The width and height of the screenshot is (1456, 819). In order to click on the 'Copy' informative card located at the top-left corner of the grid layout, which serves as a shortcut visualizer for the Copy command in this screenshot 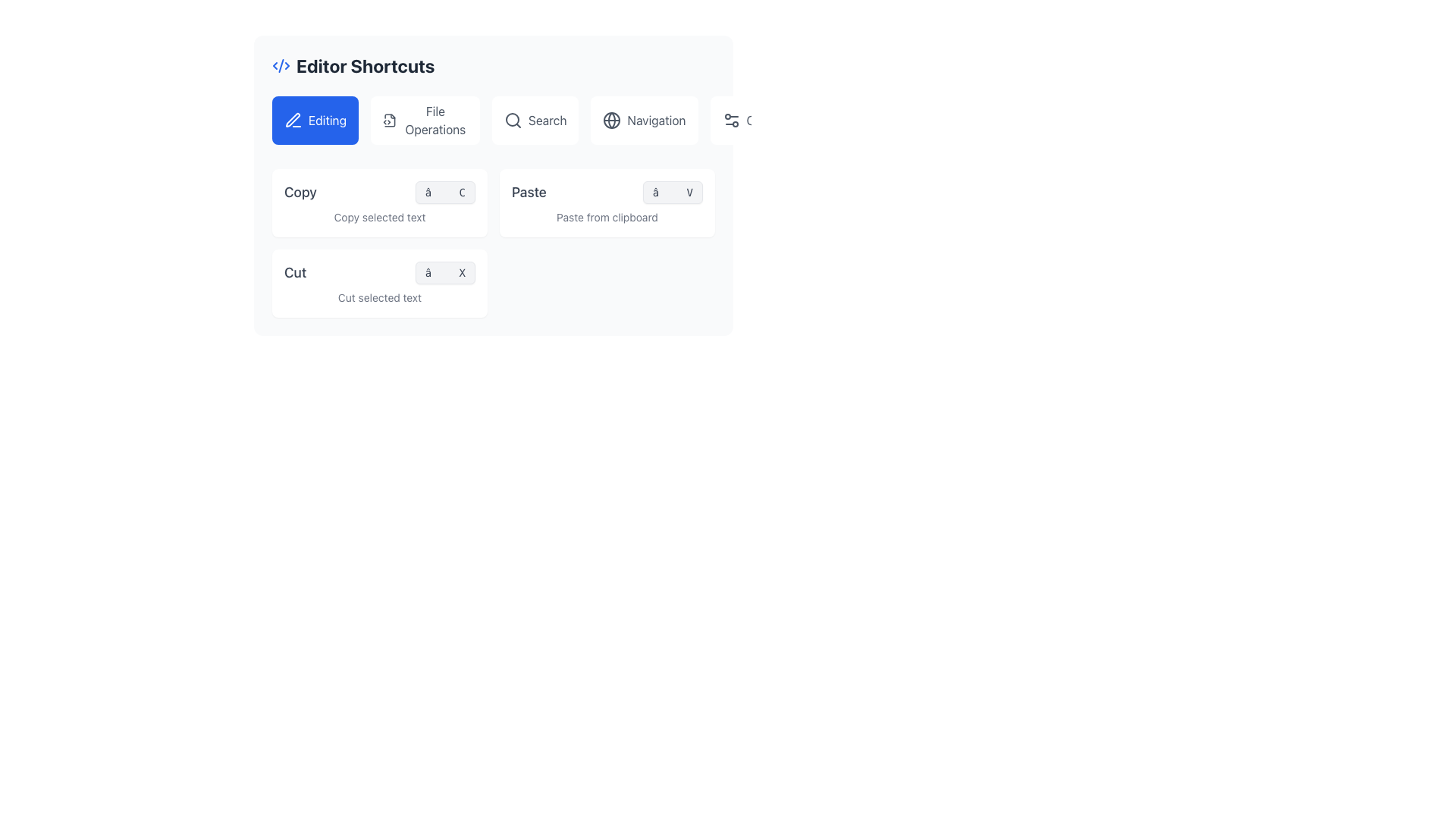, I will do `click(379, 202)`.